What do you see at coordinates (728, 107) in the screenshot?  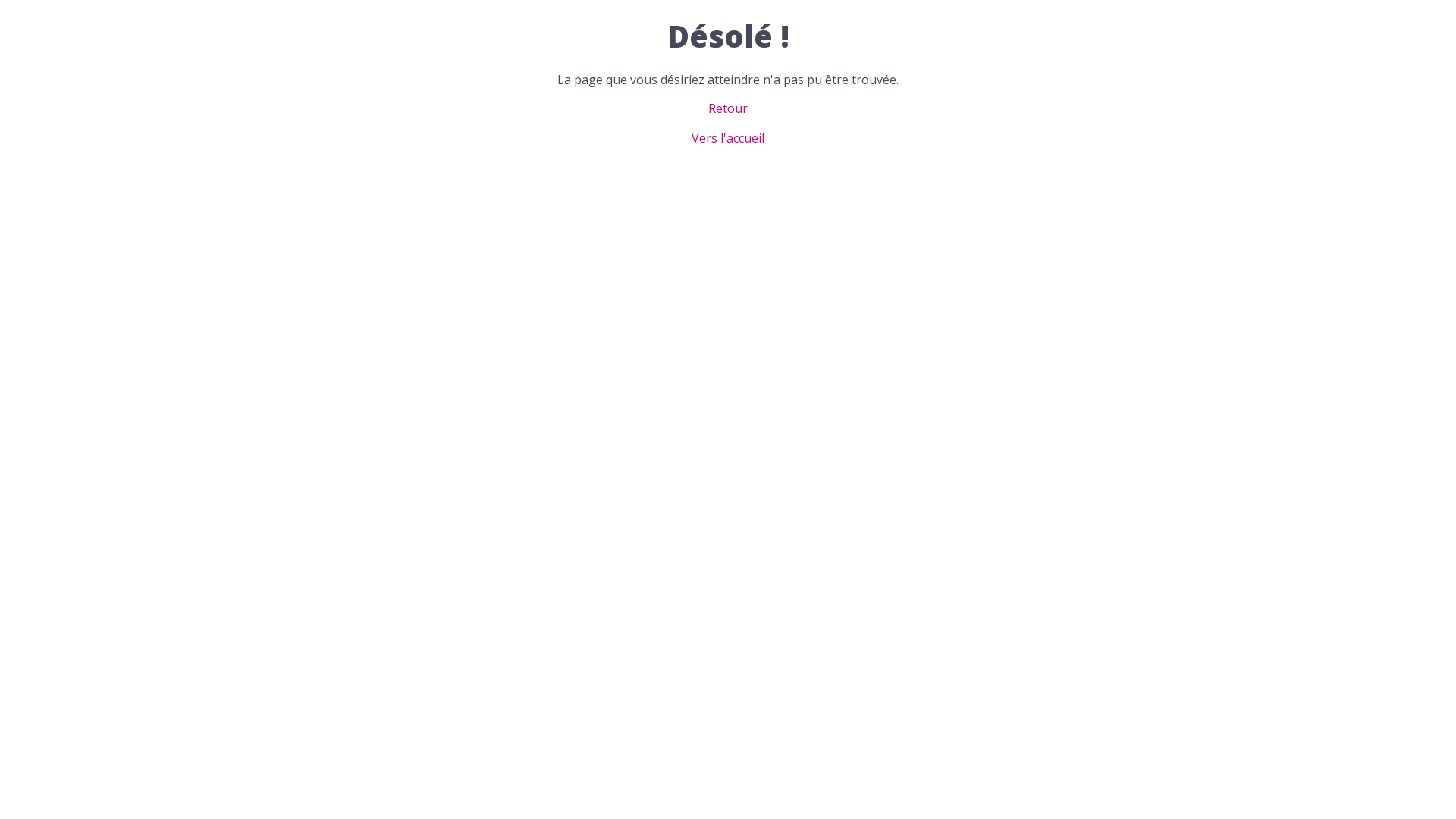 I see `'Retour'` at bounding box center [728, 107].